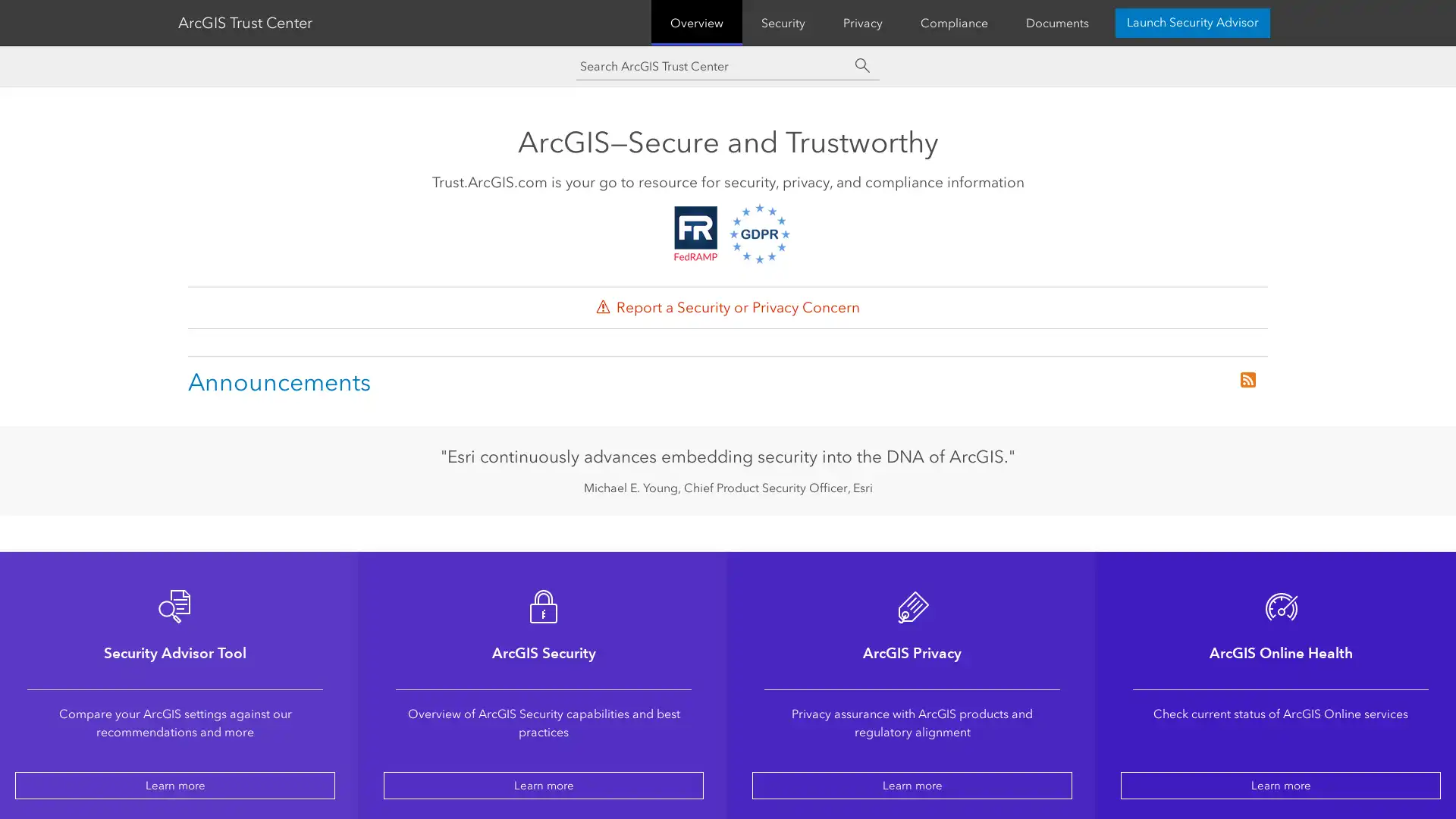 This screenshot has width=1456, height=819. I want to click on Support & Services, so click(486, 20).